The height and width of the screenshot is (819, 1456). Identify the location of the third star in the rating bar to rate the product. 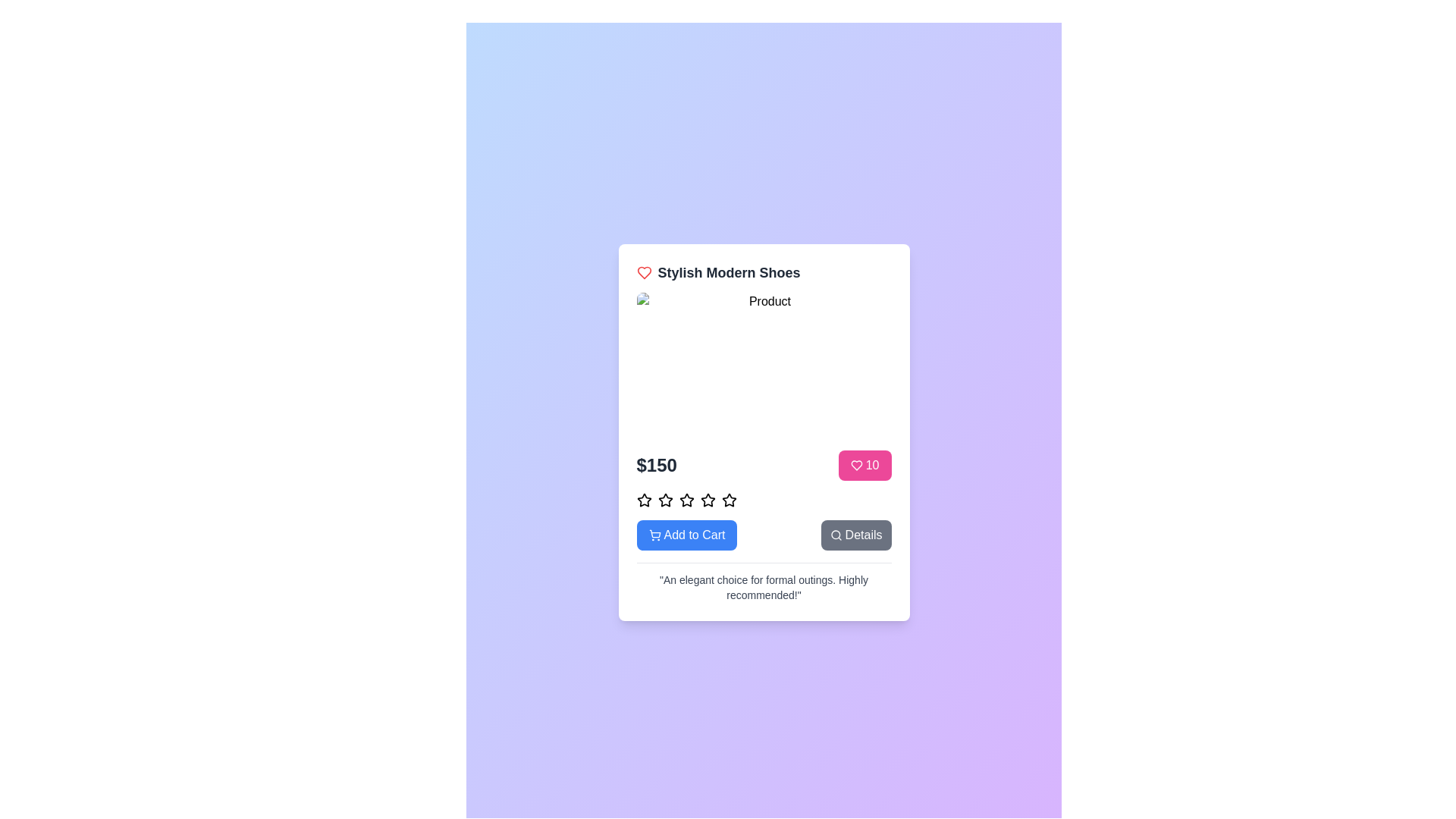
(707, 500).